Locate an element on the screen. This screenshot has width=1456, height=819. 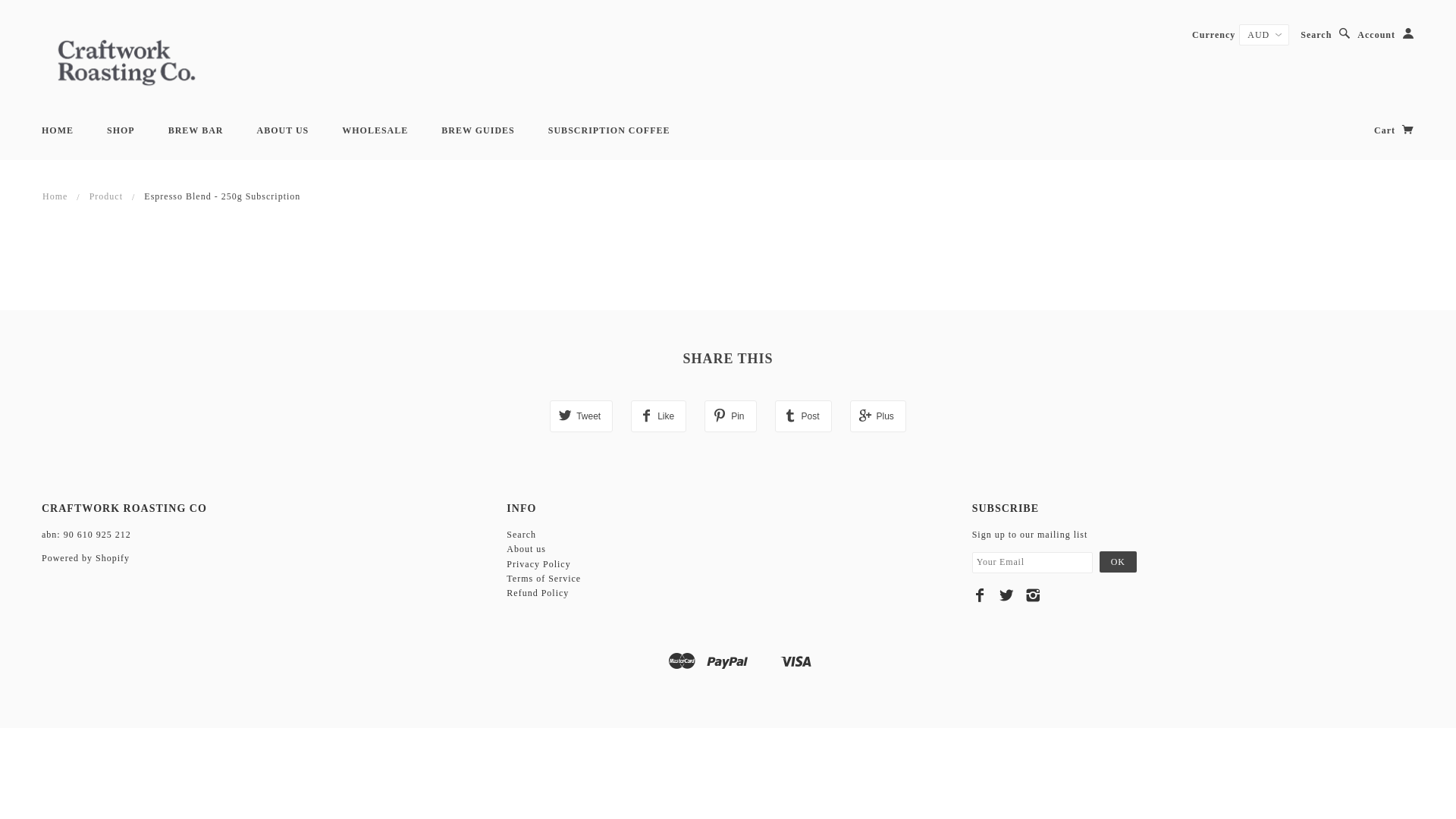
'Craftwork Roasting Company' is located at coordinates (127, 60).